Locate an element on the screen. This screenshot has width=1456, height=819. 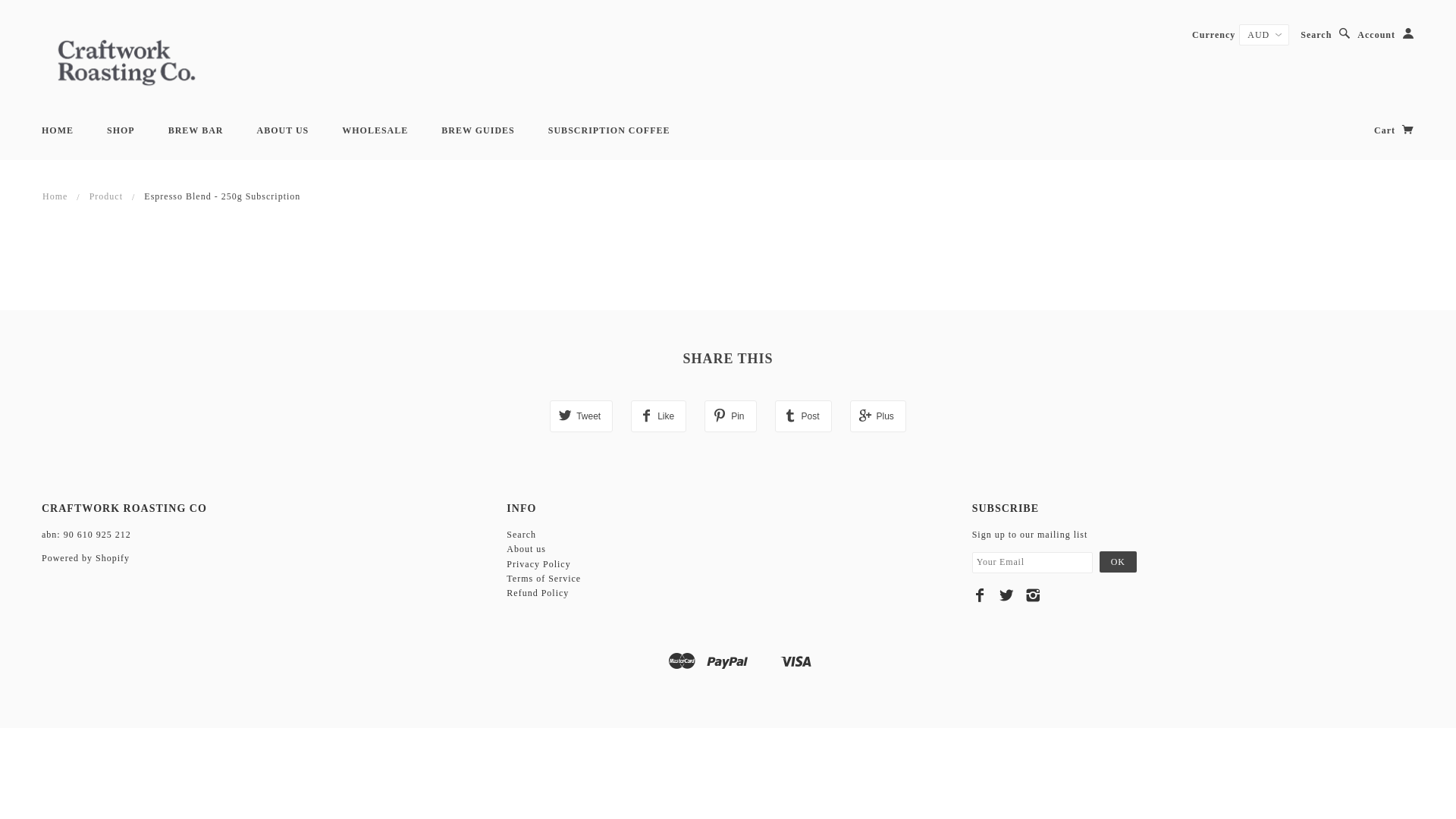
'Craftwork Roasting Company' is located at coordinates (127, 60).